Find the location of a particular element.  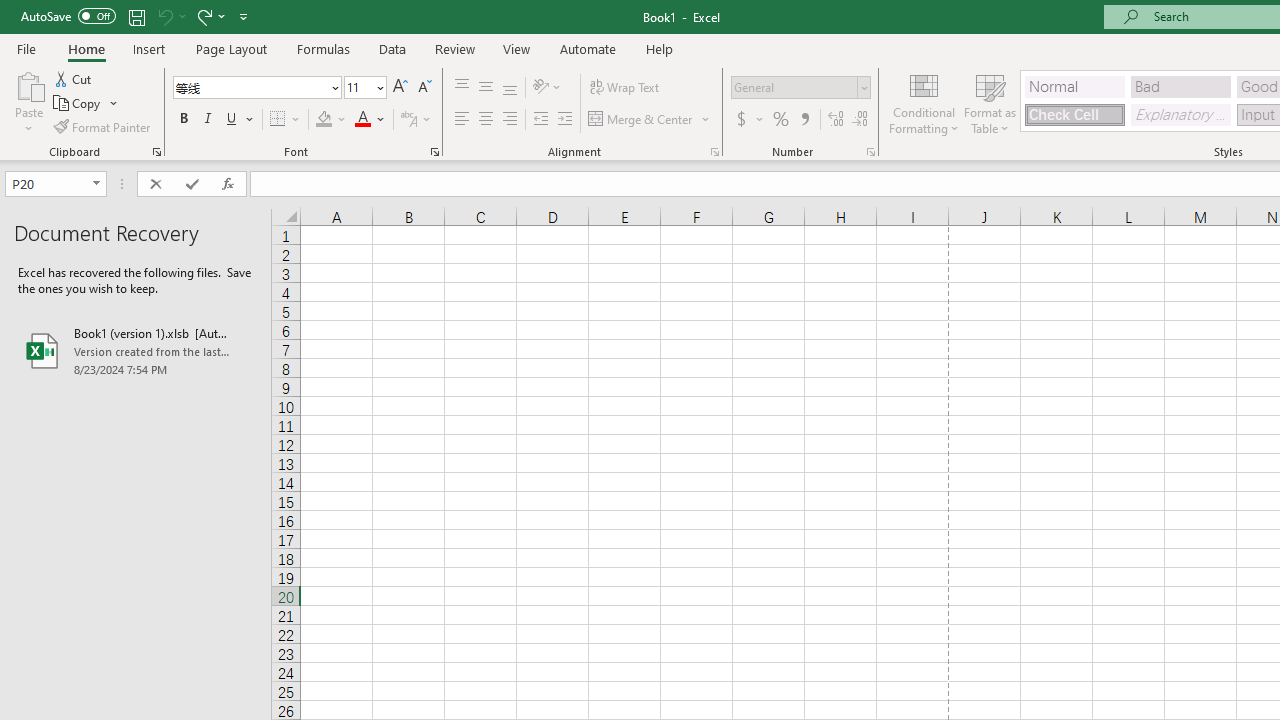

'Decrease Decimal' is located at coordinates (859, 119).